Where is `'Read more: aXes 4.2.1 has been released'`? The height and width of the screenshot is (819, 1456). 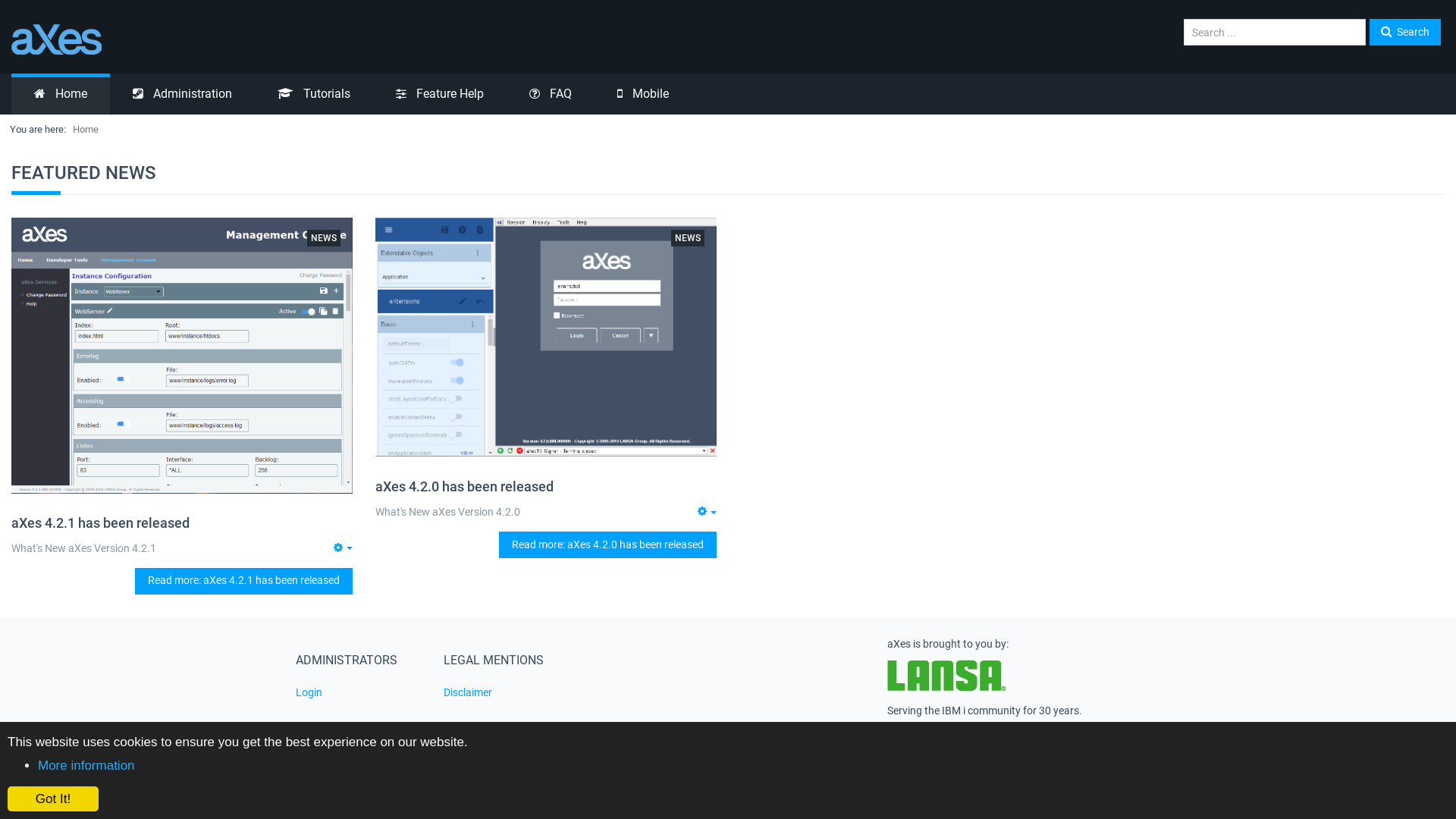
'Read more: aXes 4.2.1 has been released' is located at coordinates (134, 580).